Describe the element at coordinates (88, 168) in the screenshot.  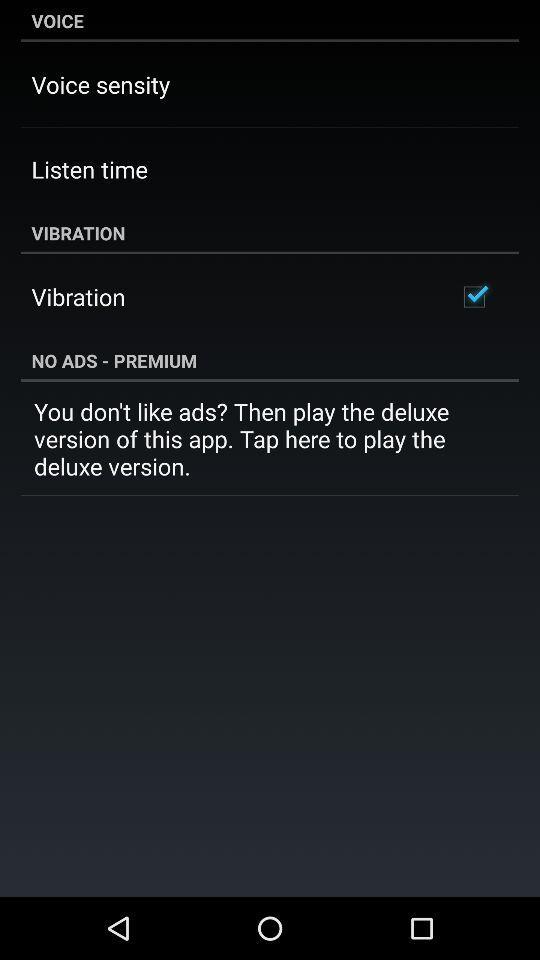
I see `icon below the voice sensity` at that location.